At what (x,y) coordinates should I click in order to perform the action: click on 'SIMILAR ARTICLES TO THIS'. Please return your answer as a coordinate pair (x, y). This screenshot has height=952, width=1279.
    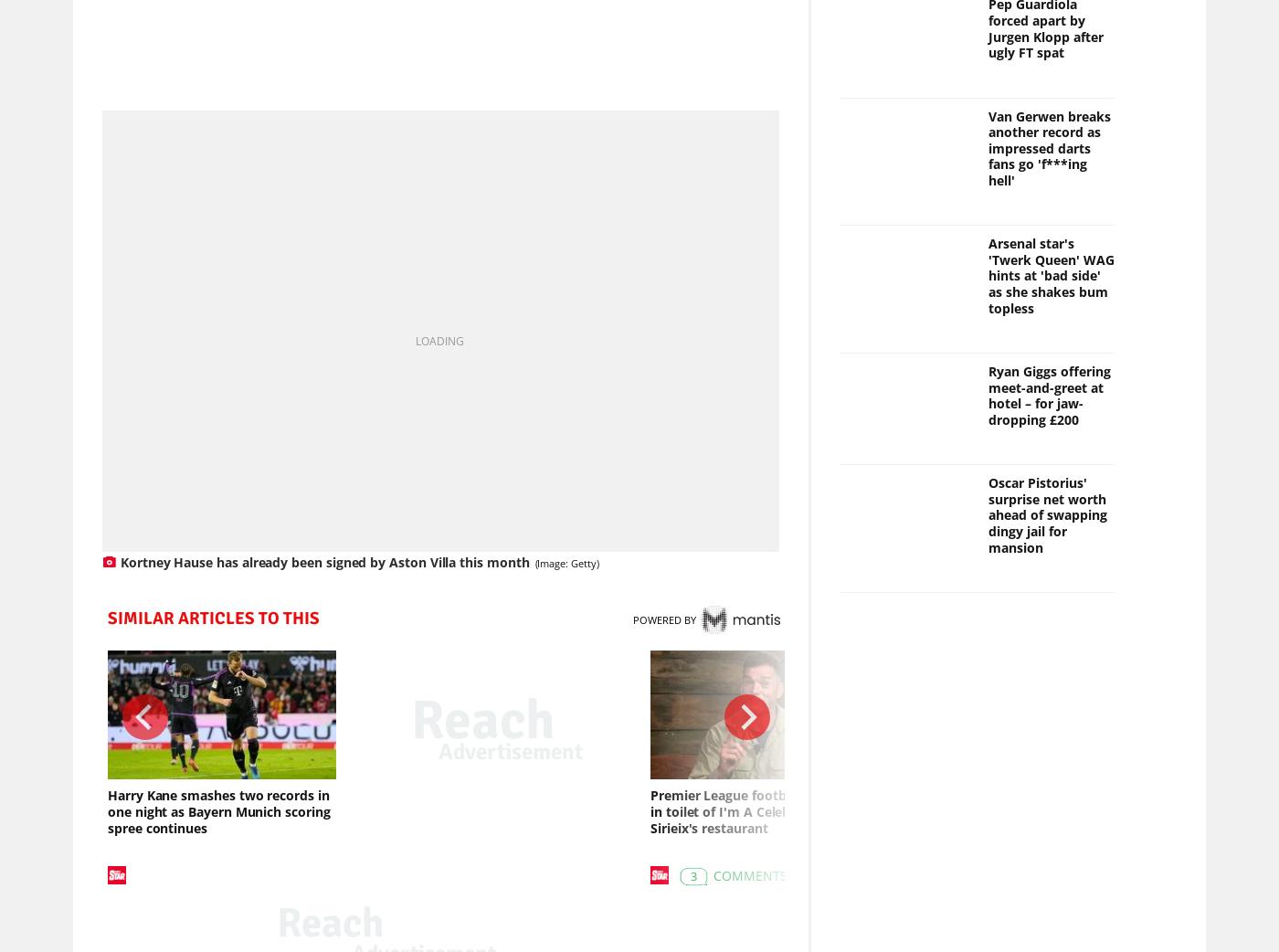
    Looking at the image, I should click on (108, 621).